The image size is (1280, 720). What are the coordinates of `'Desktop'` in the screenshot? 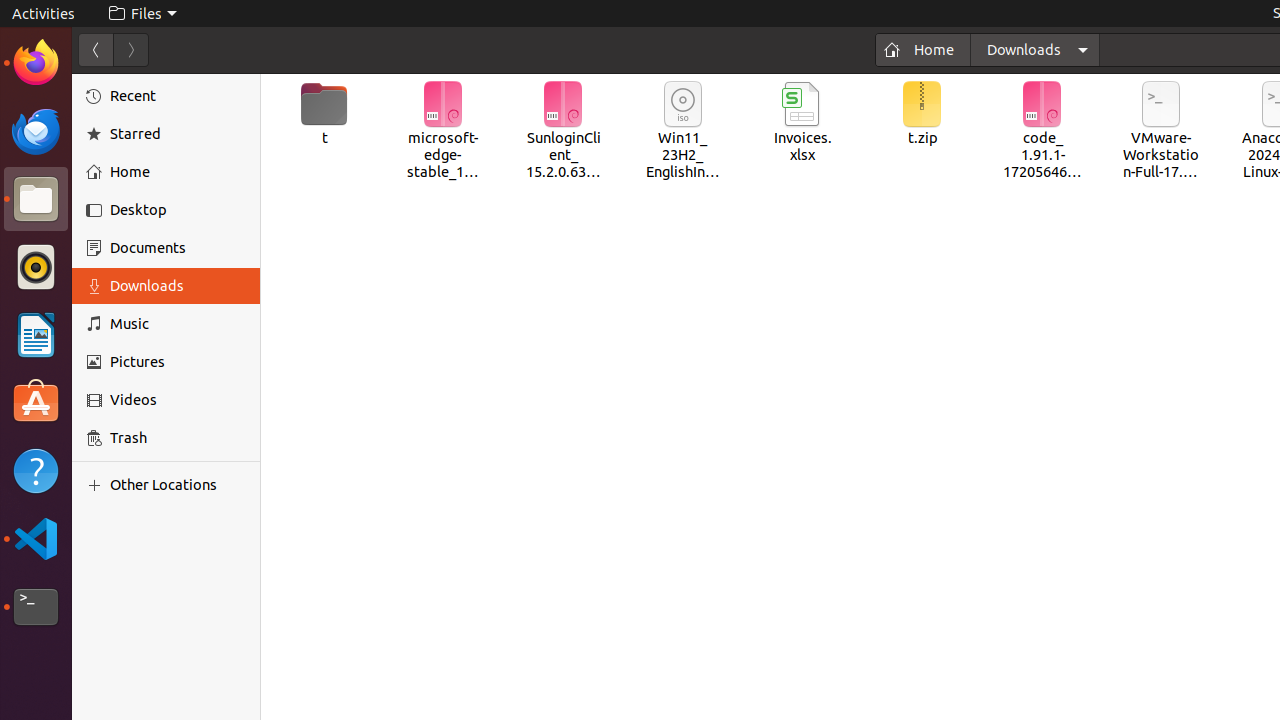 It's located at (178, 210).